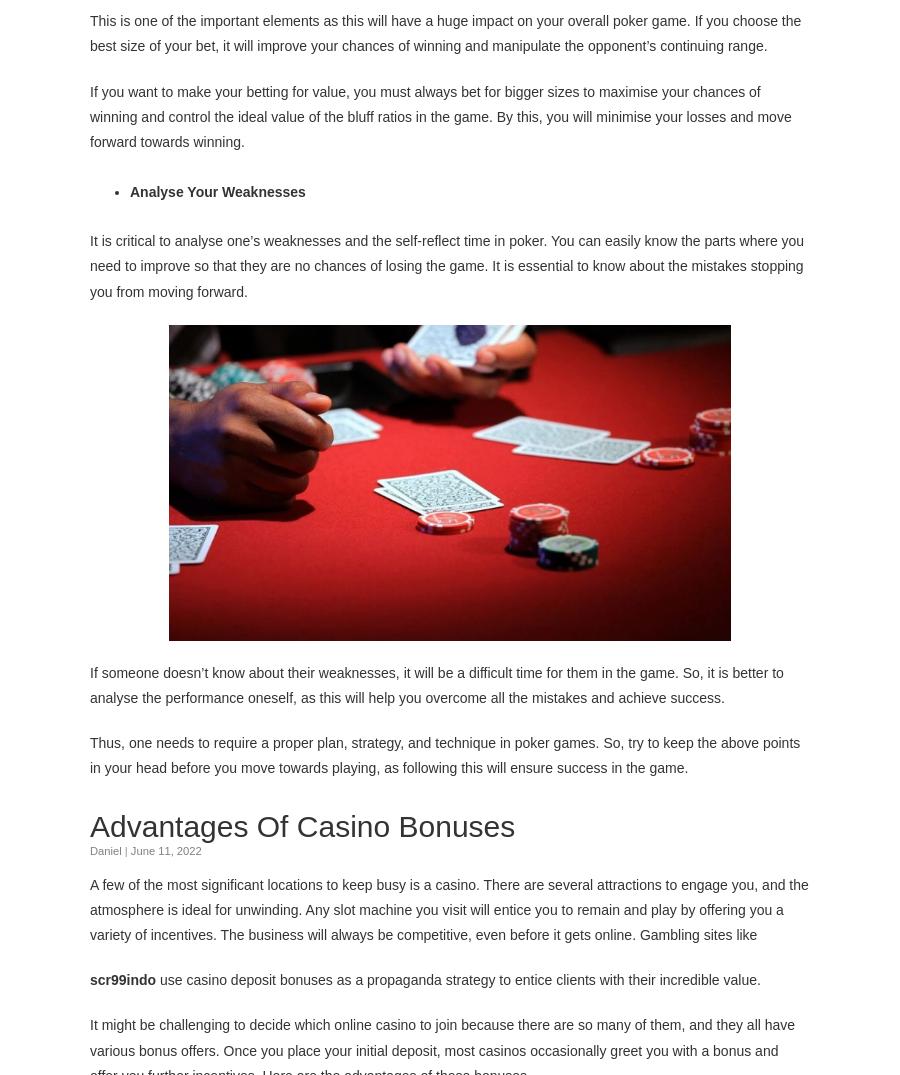  Describe the element at coordinates (160, 978) in the screenshot. I see `'use casino deposit bonuses as a propaganda strategy to entice clients with their incredible value.'` at that location.